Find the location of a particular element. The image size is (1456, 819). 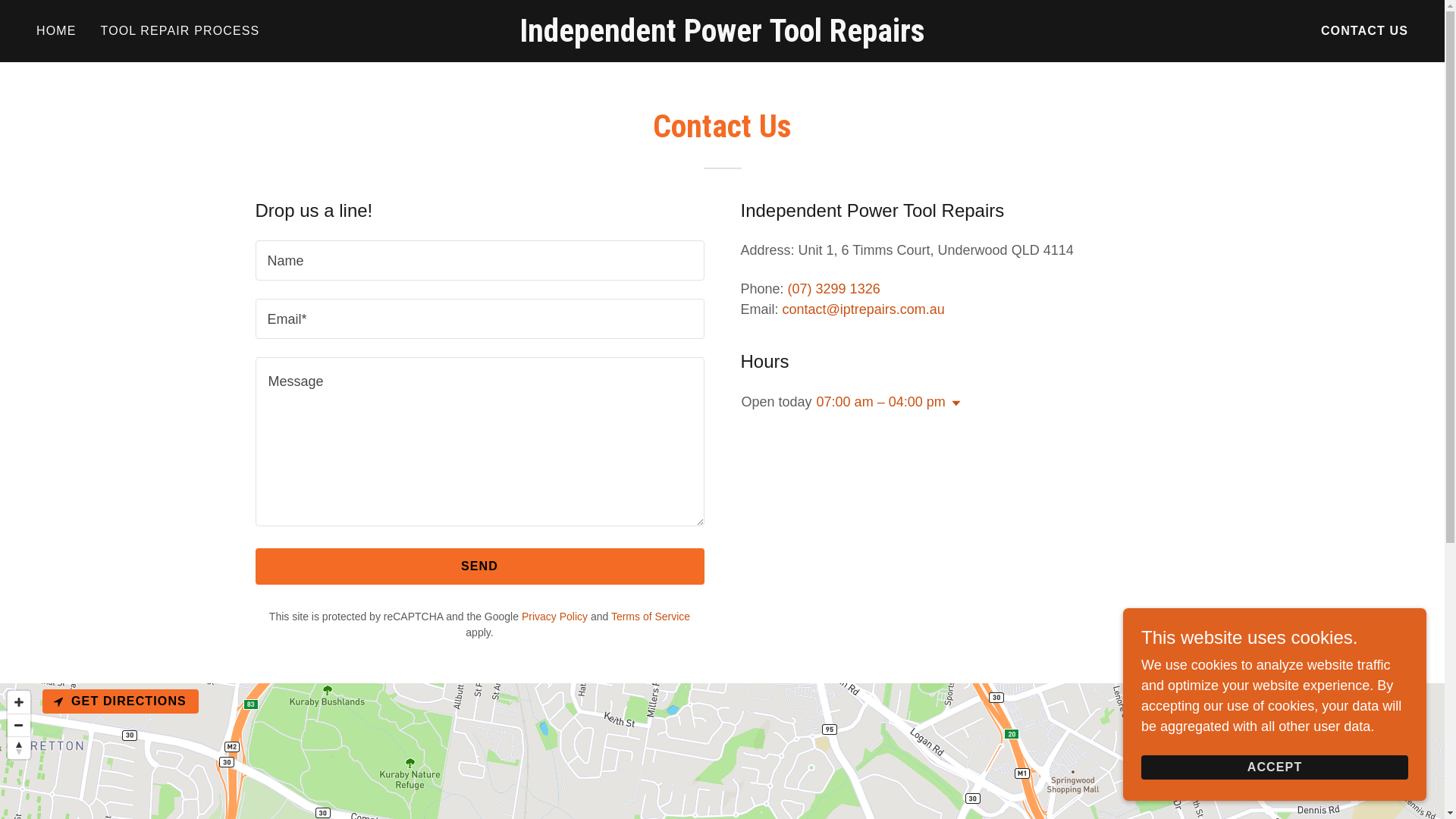

'TOOL REPAIR PROCESS' is located at coordinates (180, 31).